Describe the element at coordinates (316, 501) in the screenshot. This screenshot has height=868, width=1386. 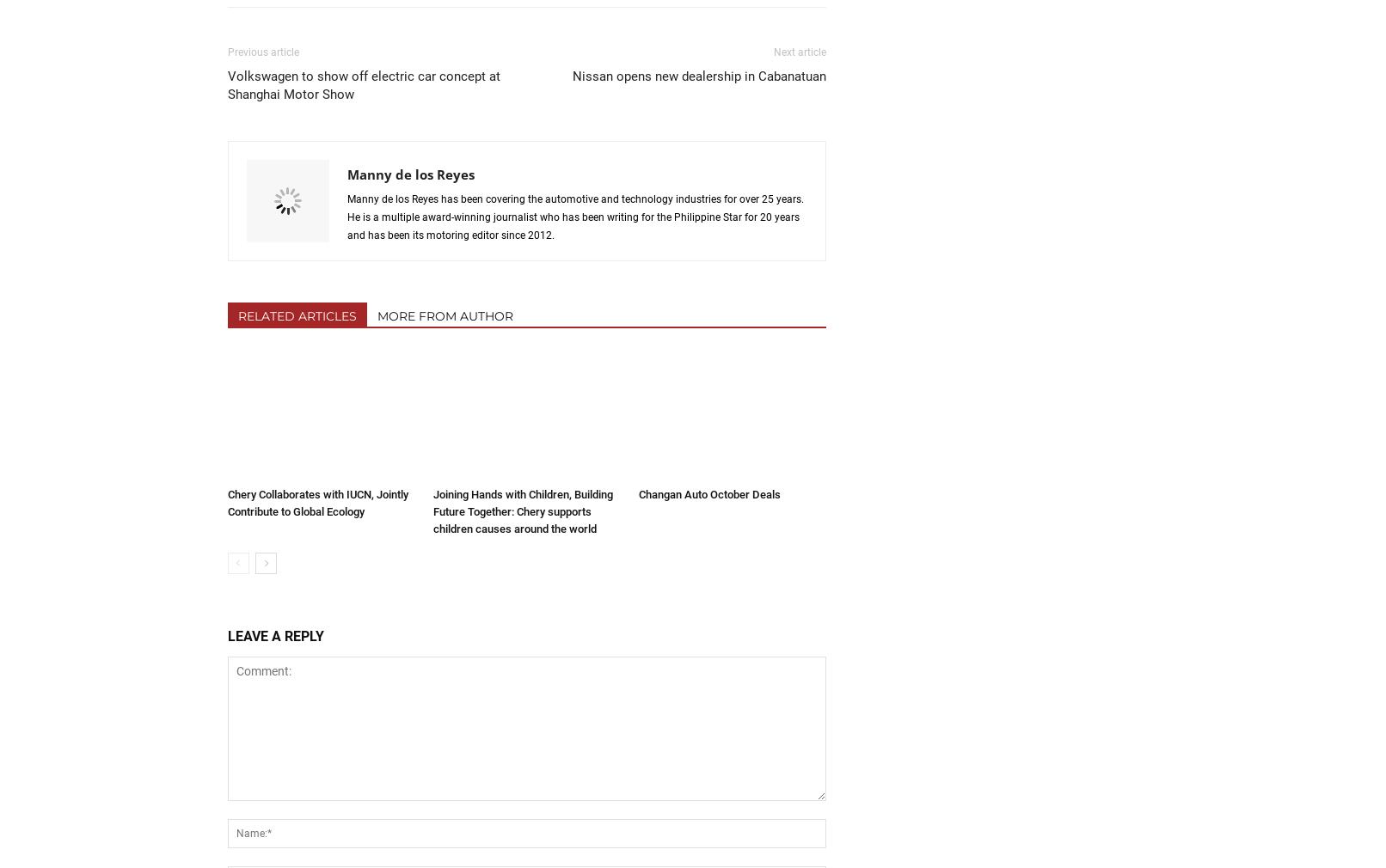
I see `'Chery Collaborates with IUCN, Jointly Contribute to Global Ecology'` at that location.